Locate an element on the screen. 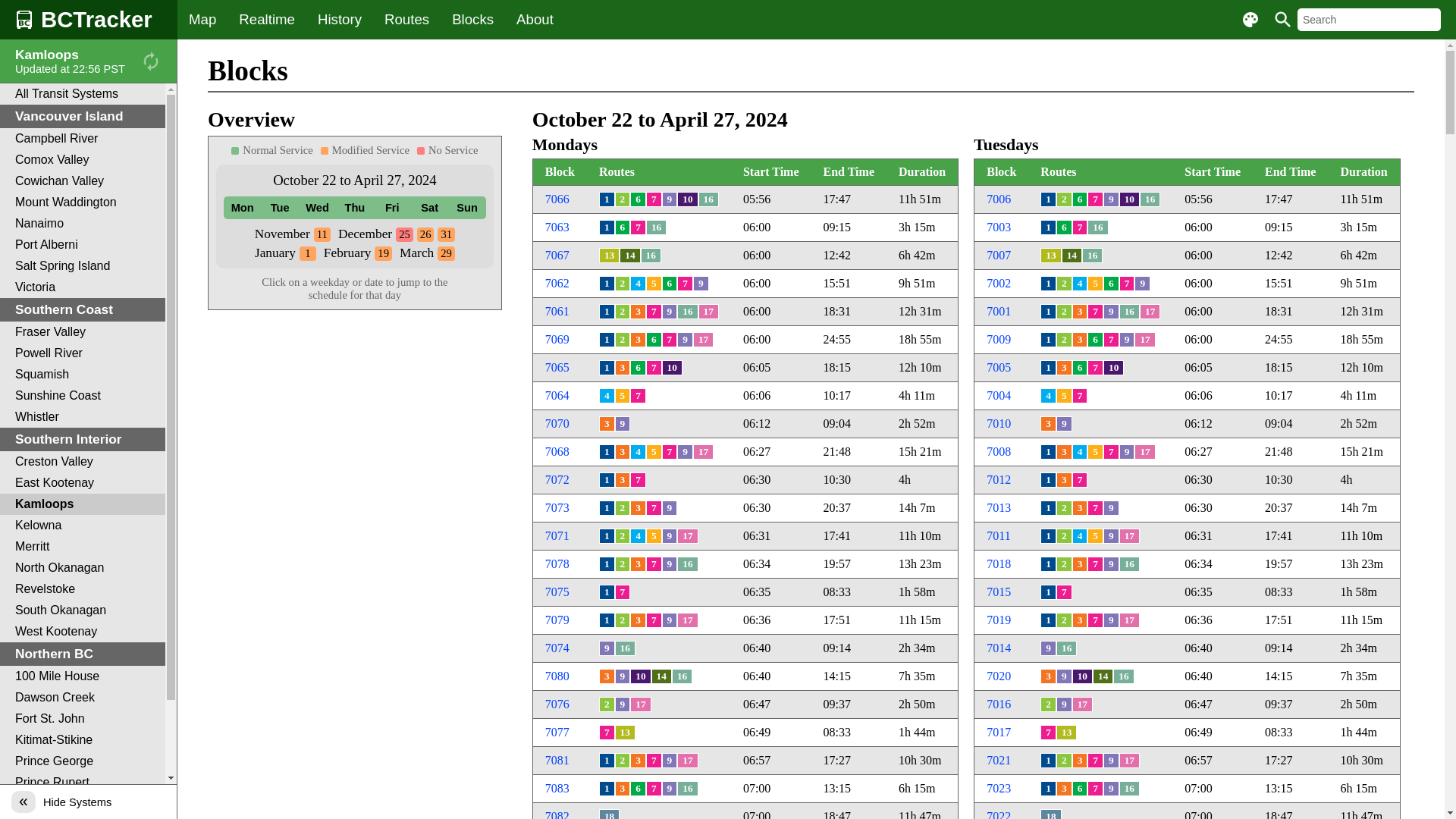 The image size is (1456, 819). '1' is located at coordinates (607, 508).